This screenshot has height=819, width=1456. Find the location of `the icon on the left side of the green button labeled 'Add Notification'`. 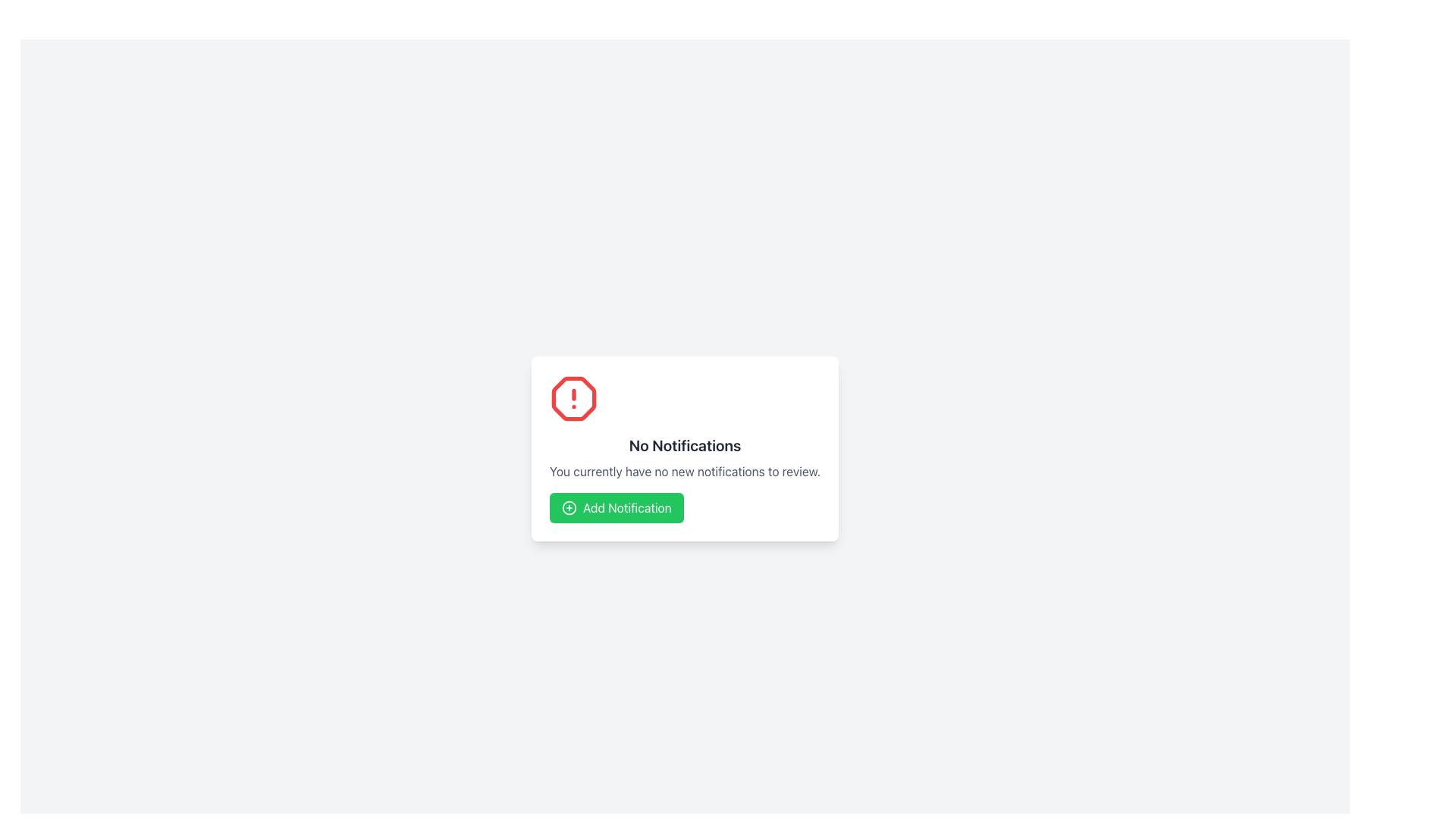

the icon on the left side of the green button labeled 'Add Notification' is located at coordinates (568, 508).